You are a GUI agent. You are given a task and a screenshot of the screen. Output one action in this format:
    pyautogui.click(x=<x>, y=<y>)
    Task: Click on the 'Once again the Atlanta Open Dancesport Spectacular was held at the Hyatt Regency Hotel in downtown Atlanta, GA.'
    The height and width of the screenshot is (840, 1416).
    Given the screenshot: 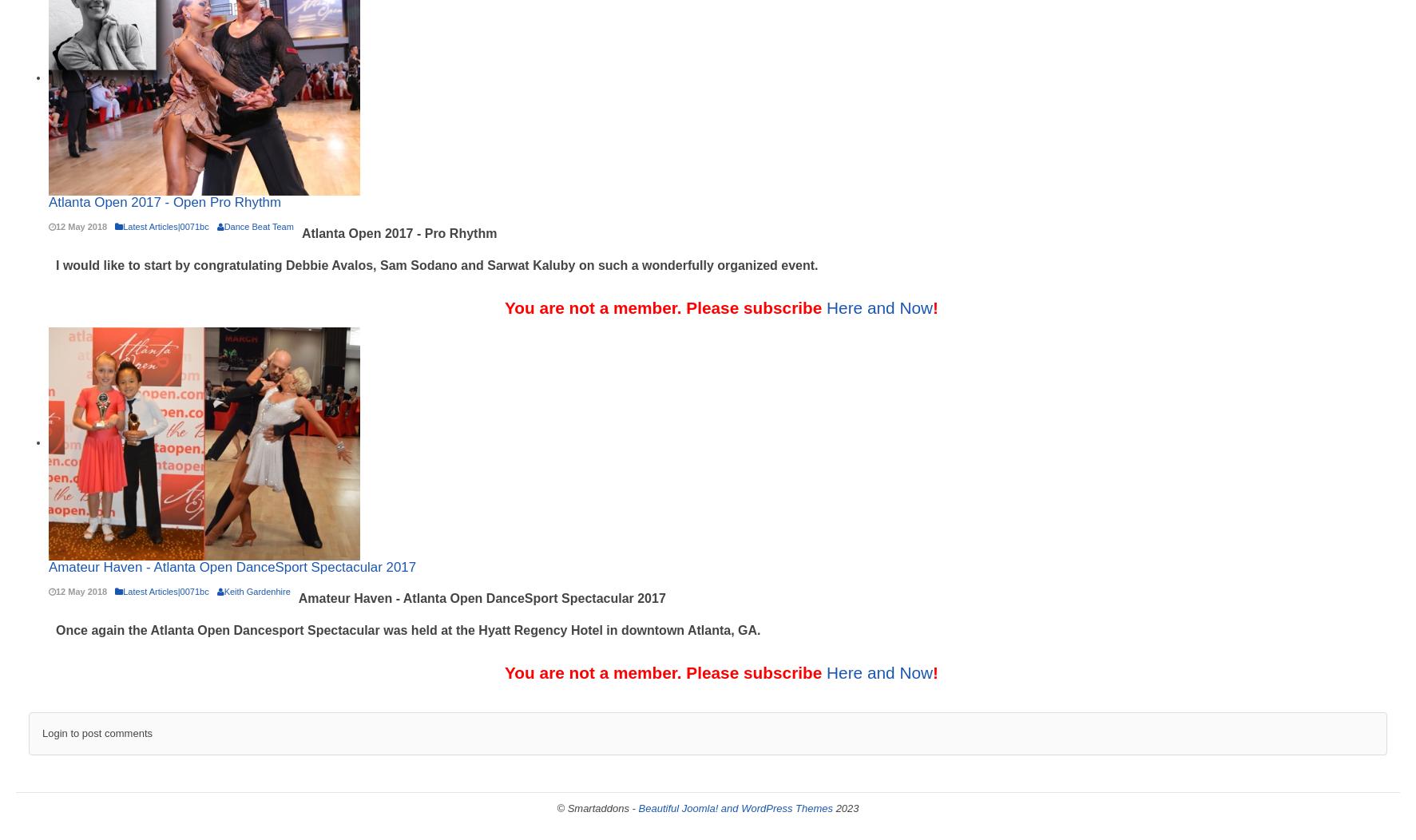 What is the action you would take?
    pyautogui.click(x=407, y=630)
    